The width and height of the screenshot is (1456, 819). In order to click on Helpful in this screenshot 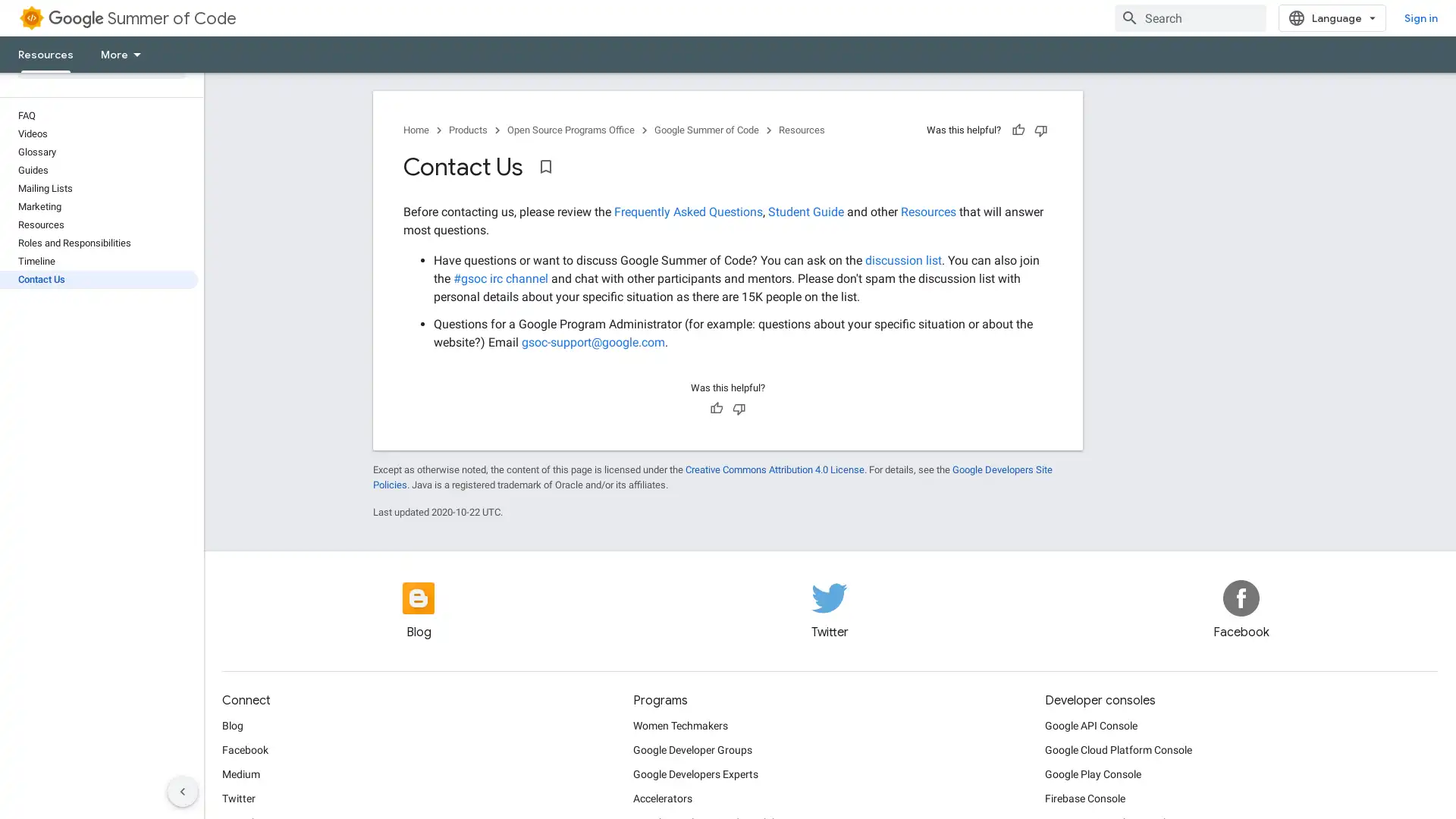, I will do `click(1018, 130)`.